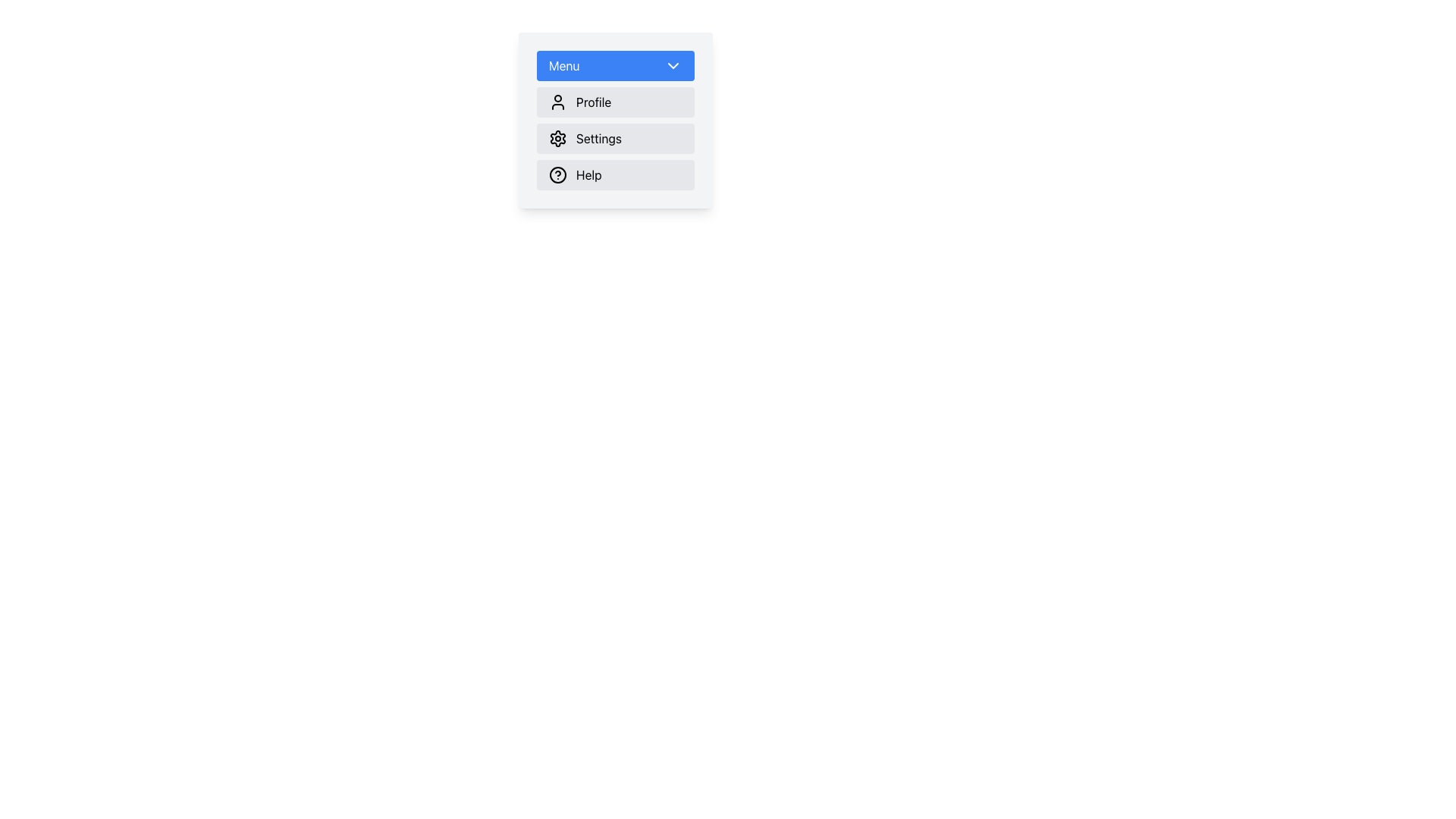 The height and width of the screenshot is (819, 1456). What do you see at coordinates (615, 102) in the screenshot?
I see `the first navigational button below the 'Menu' dropdown` at bounding box center [615, 102].